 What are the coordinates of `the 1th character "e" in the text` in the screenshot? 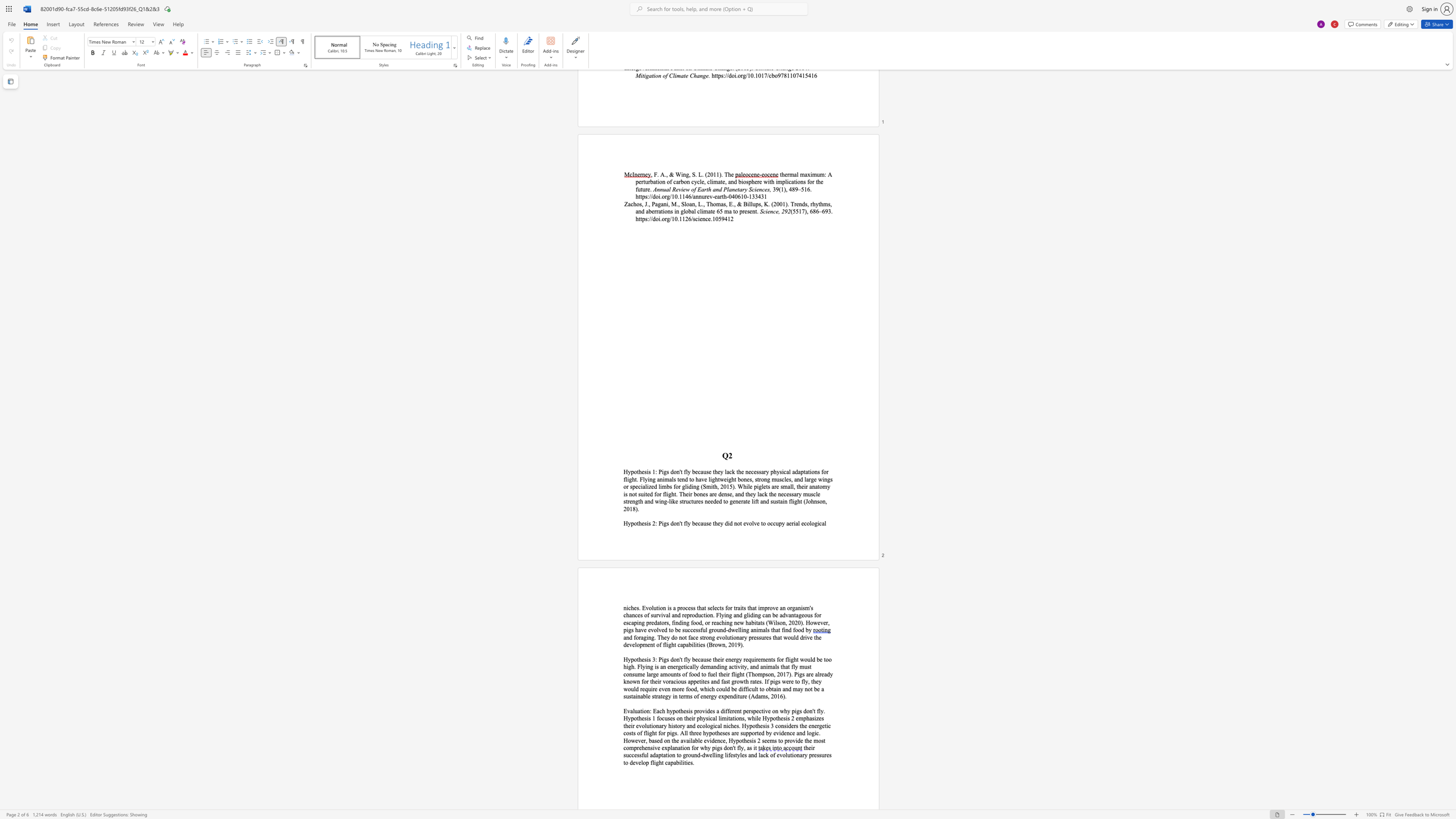 It's located at (643, 522).